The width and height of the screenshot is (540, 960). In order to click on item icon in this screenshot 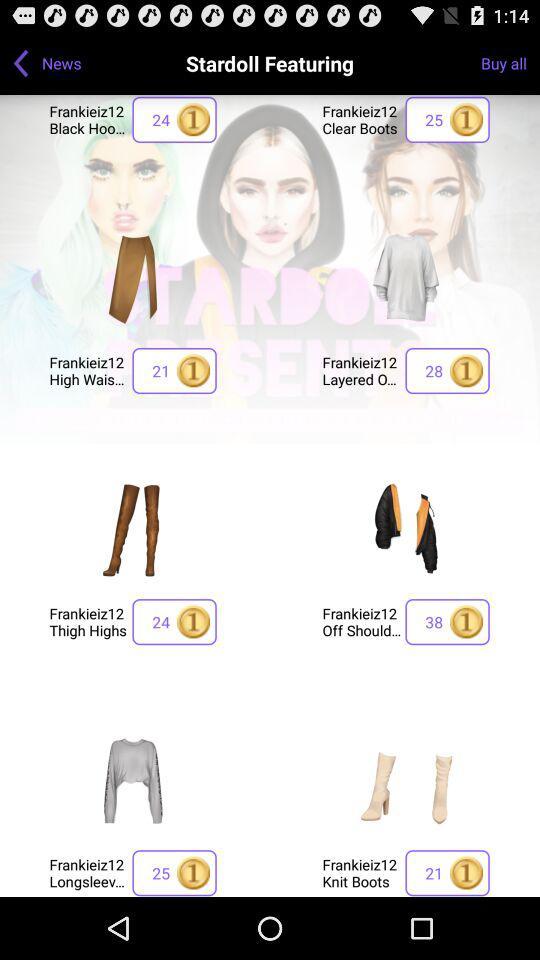, I will do `click(405, 276)`.